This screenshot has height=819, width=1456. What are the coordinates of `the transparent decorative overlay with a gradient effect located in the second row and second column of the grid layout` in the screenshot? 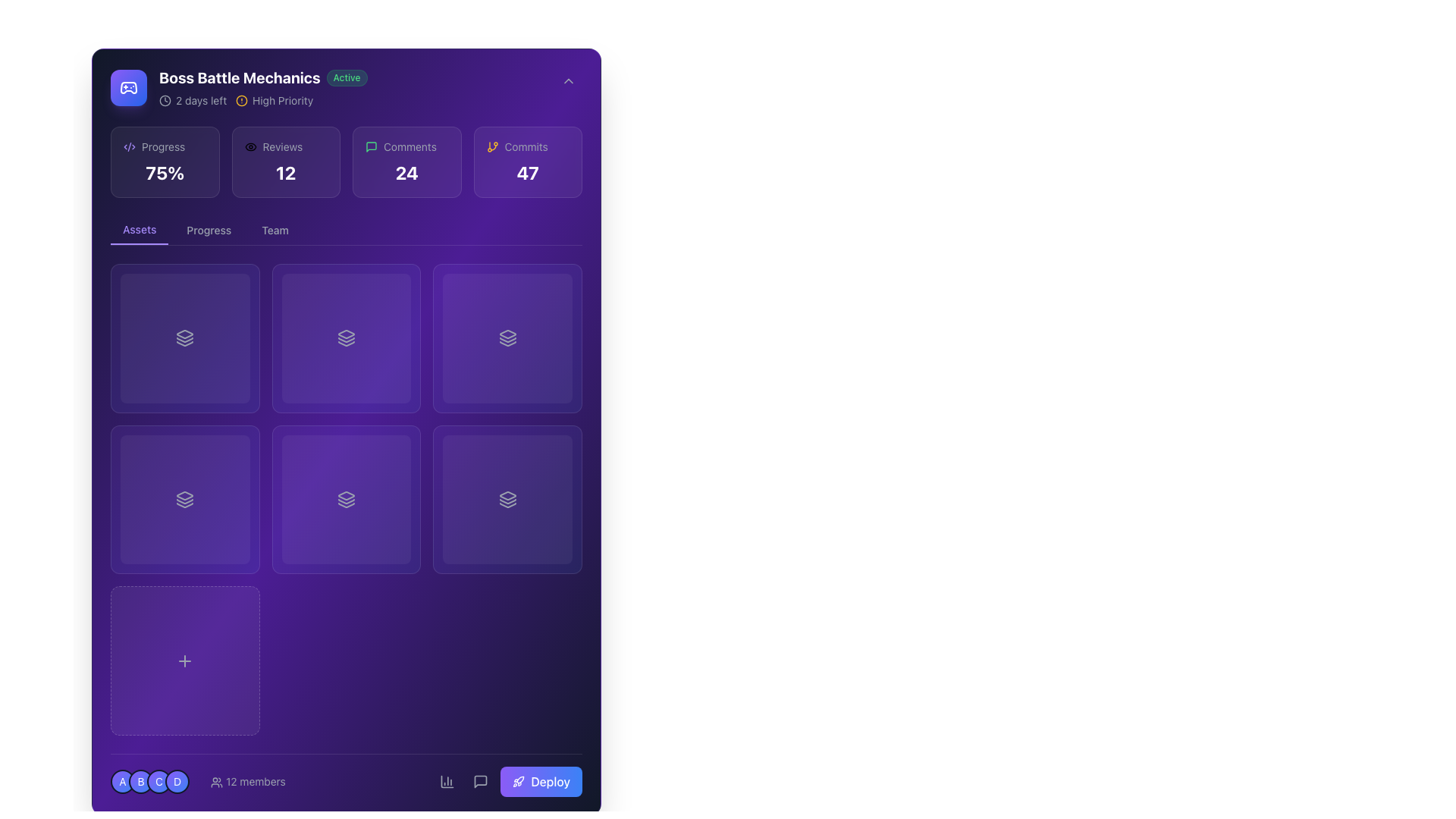 It's located at (345, 500).